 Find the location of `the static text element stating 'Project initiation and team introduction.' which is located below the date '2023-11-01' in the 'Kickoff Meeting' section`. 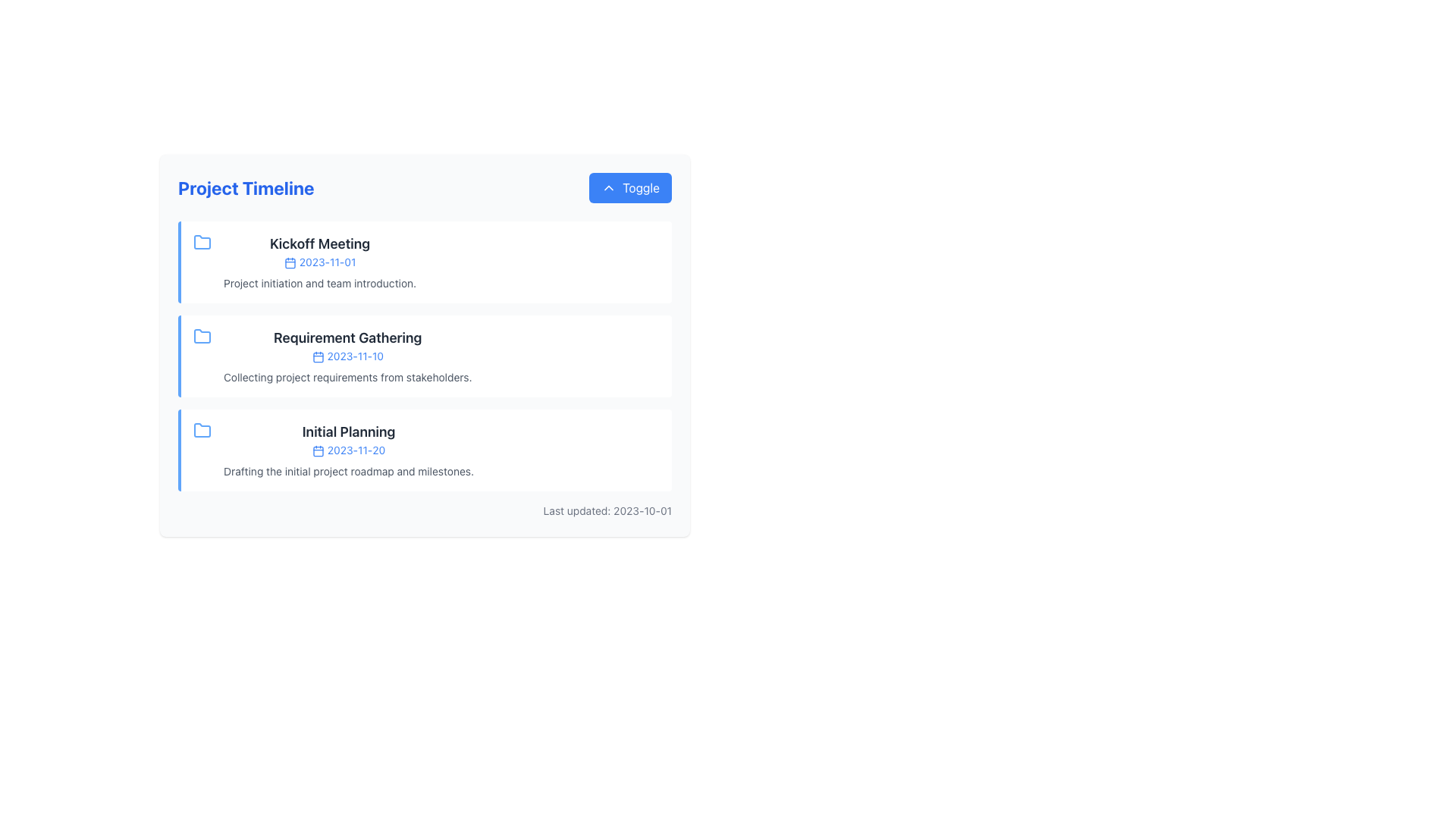

the static text element stating 'Project initiation and team introduction.' which is located below the date '2023-11-01' in the 'Kickoff Meeting' section is located at coordinates (319, 284).